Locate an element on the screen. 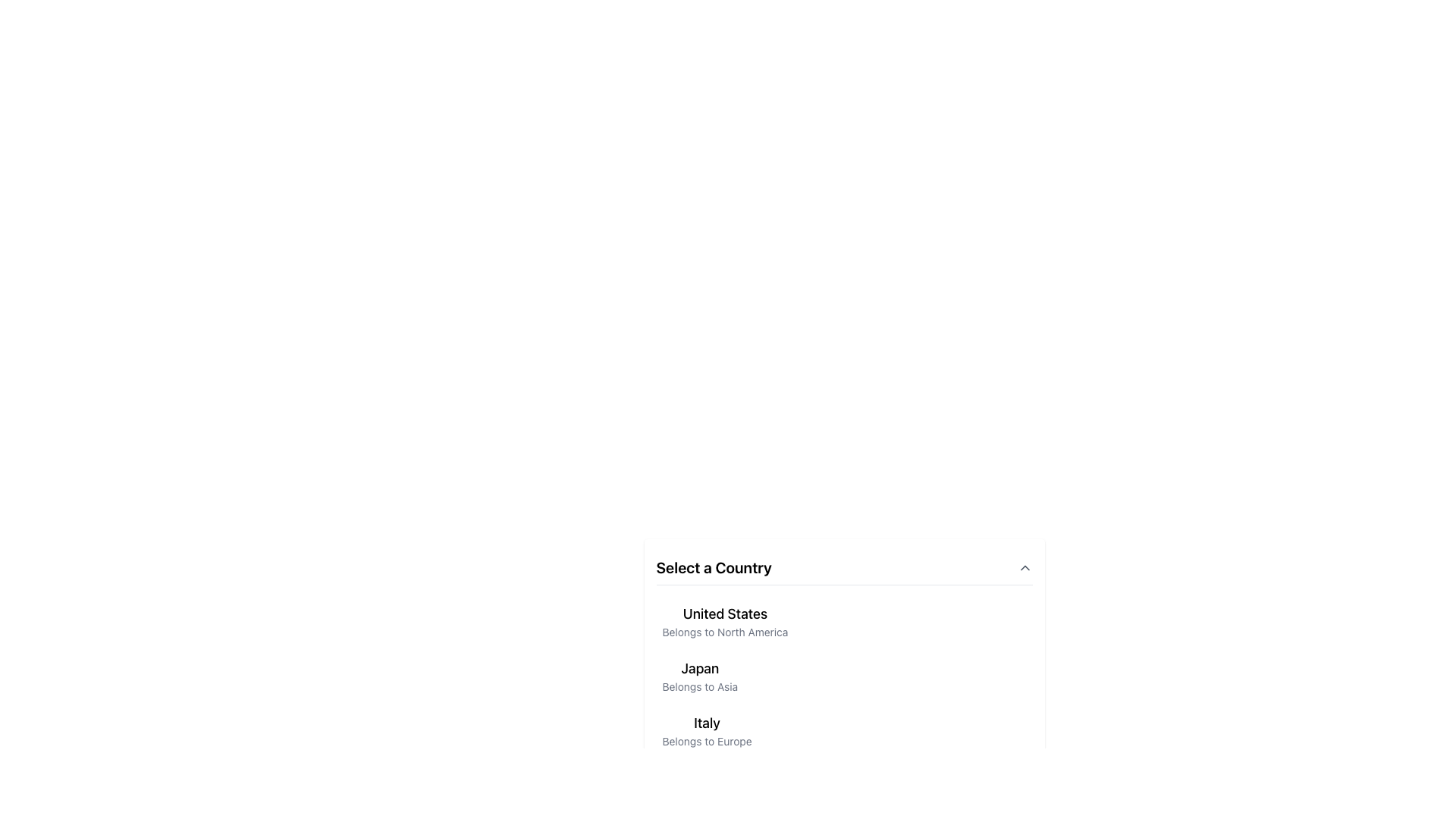 This screenshot has height=819, width=1456. the first item in the selectable list that represents 'United States', located towards the top-middle of the display is located at coordinates (843, 622).